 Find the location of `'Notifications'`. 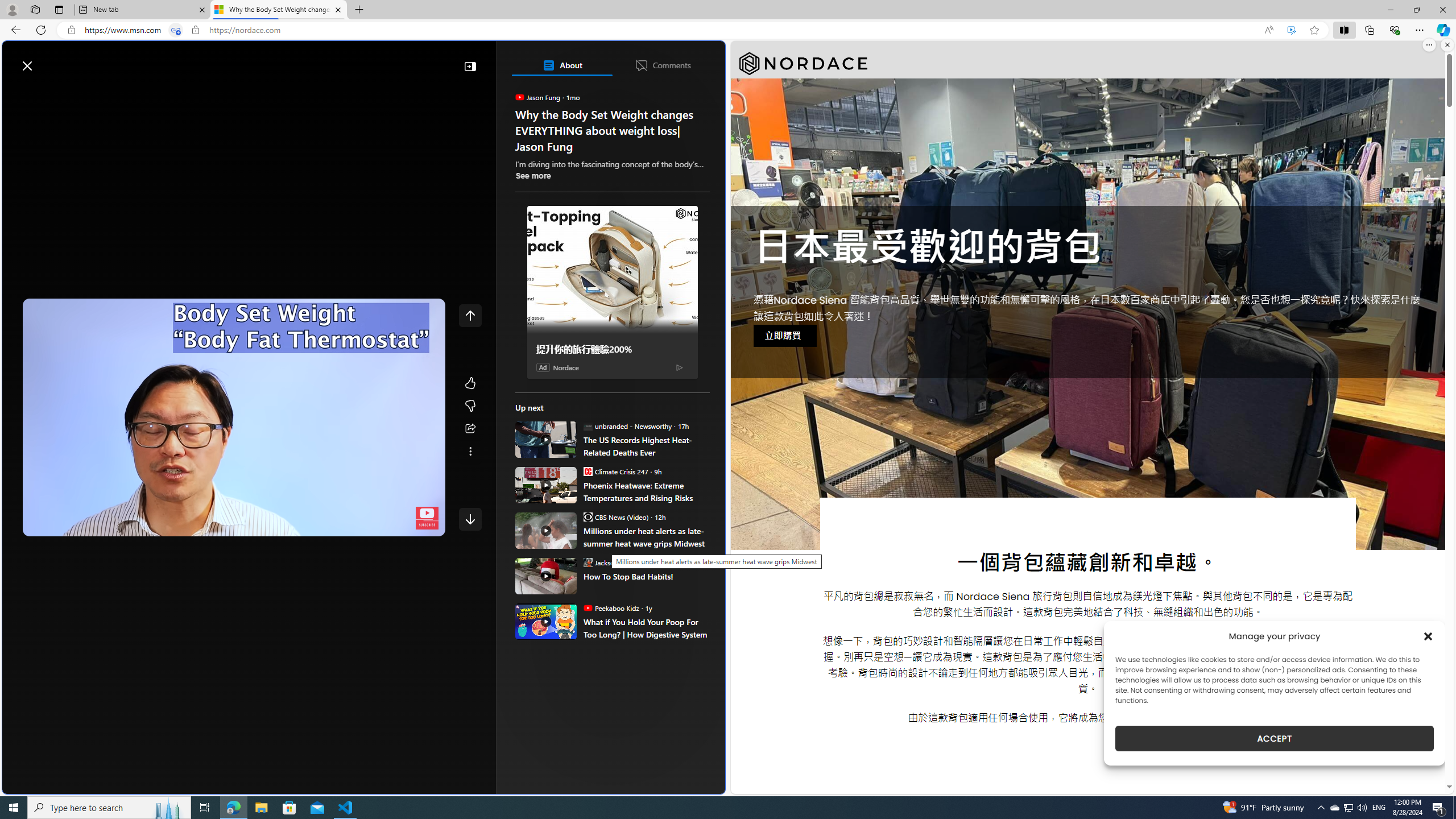

'Notifications' is located at coordinates (677, 60).